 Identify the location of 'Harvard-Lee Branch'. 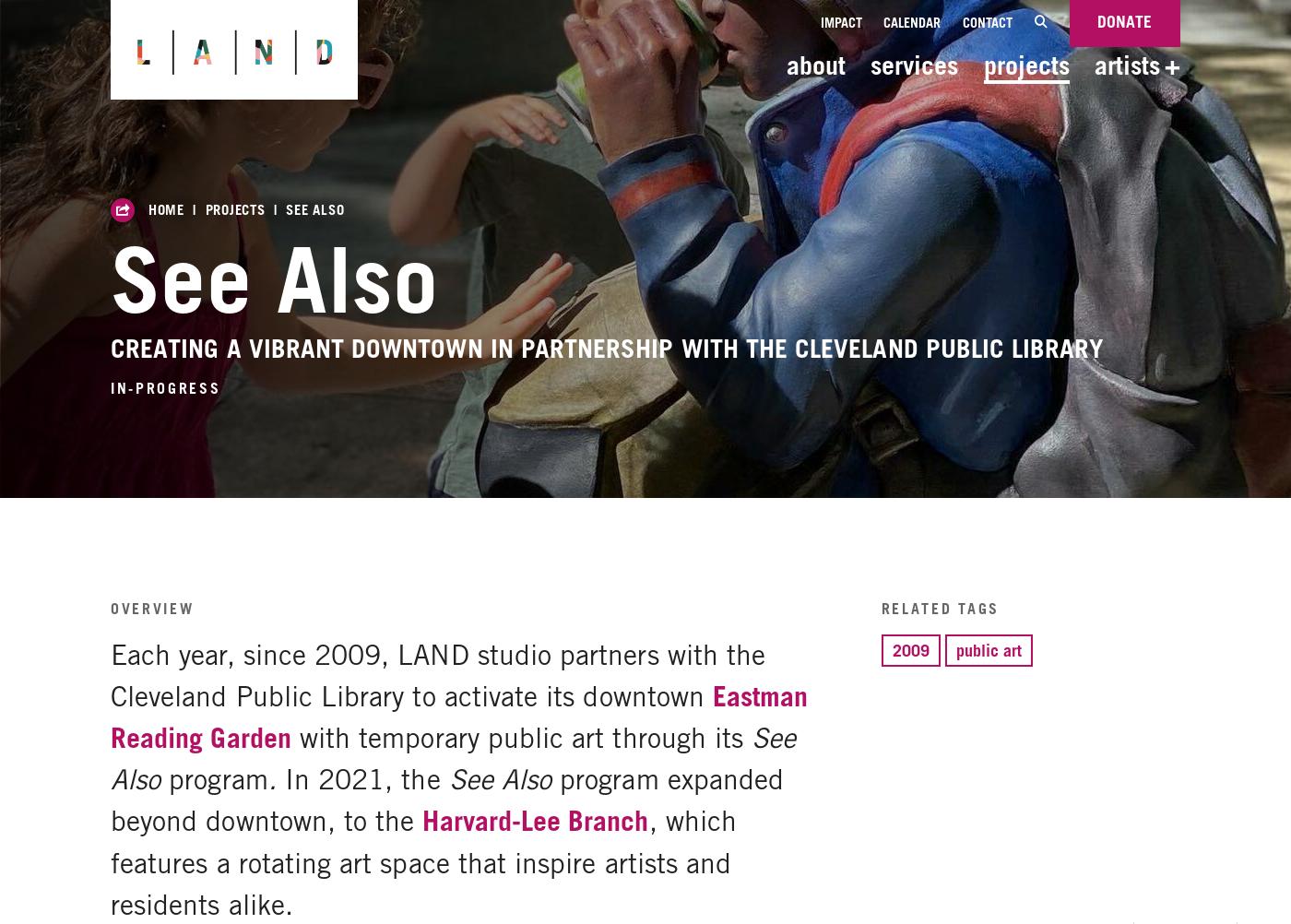
(535, 820).